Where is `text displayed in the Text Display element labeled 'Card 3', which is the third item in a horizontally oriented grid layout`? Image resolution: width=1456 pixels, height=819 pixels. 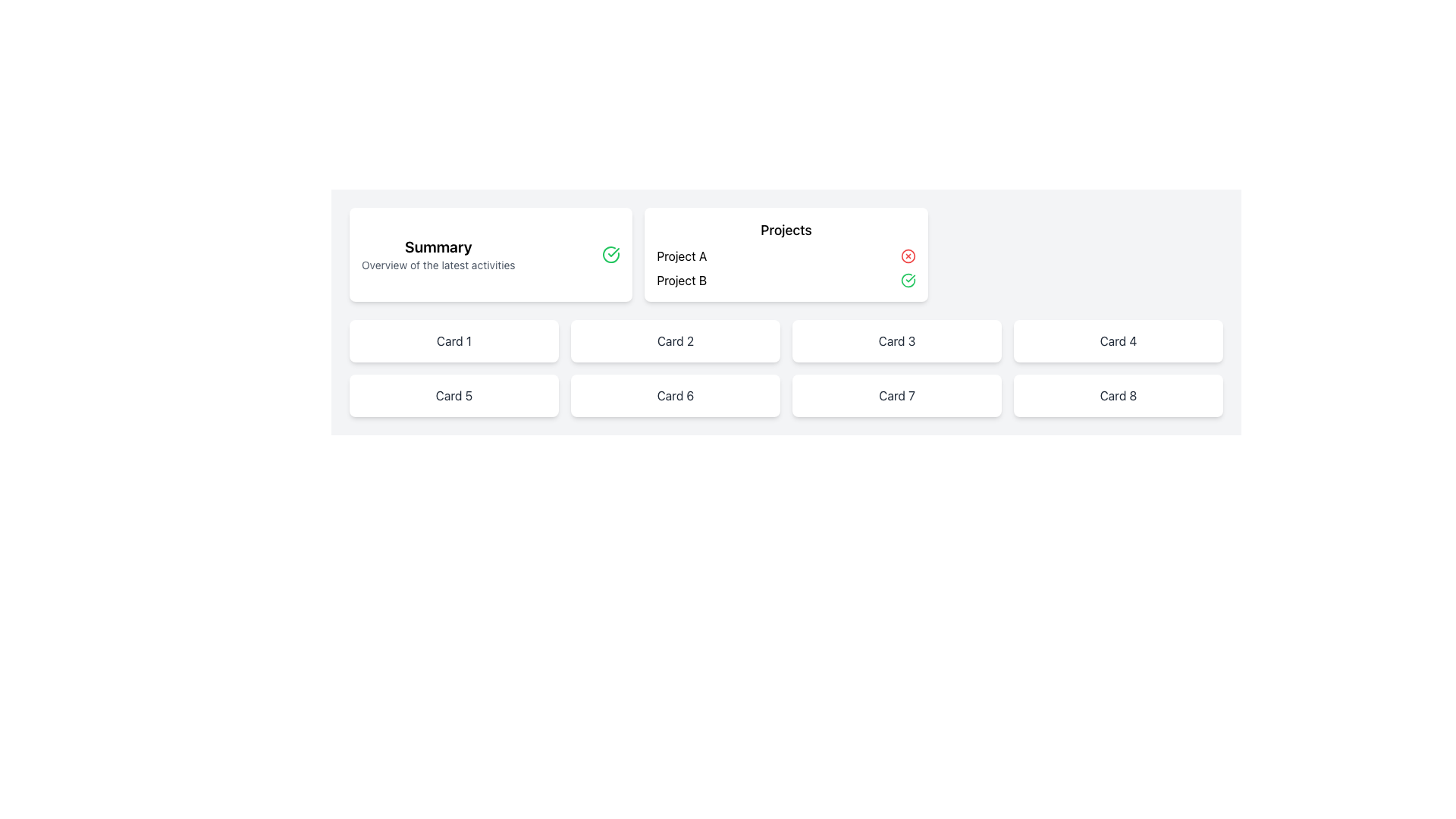
text displayed in the Text Display element labeled 'Card 3', which is the third item in a horizontally oriented grid layout is located at coordinates (896, 341).